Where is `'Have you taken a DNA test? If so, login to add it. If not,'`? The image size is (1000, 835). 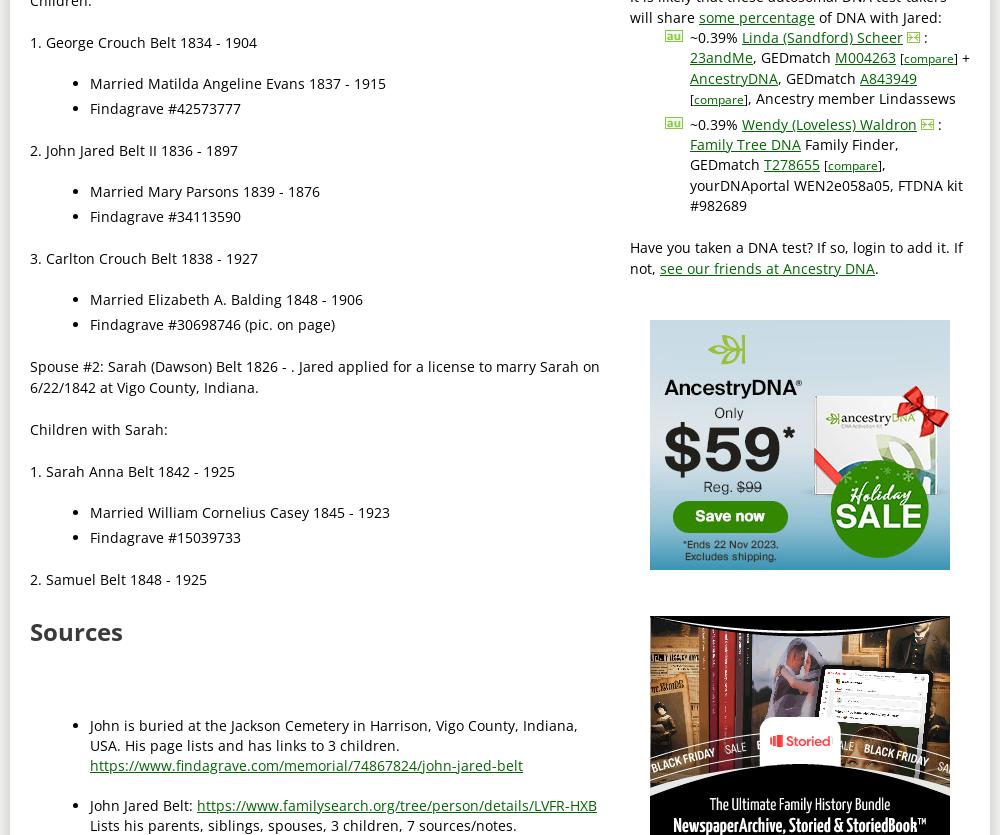
'Have you taken a DNA test? If so, login to add it. If not,' is located at coordinates (796, 257).